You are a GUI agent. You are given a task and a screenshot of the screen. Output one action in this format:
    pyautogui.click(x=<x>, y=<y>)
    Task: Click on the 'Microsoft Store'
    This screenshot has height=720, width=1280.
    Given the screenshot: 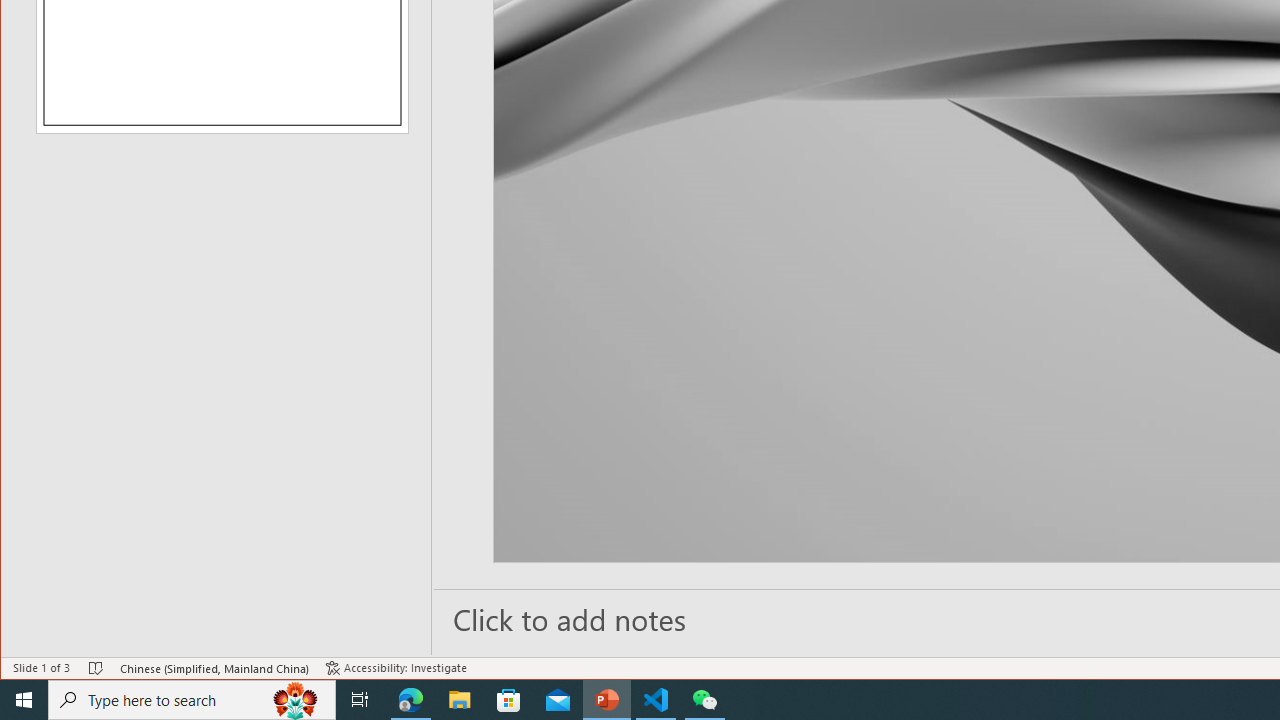 What is the action you would take?
    pyautogui.click(x=509, y=698)
    